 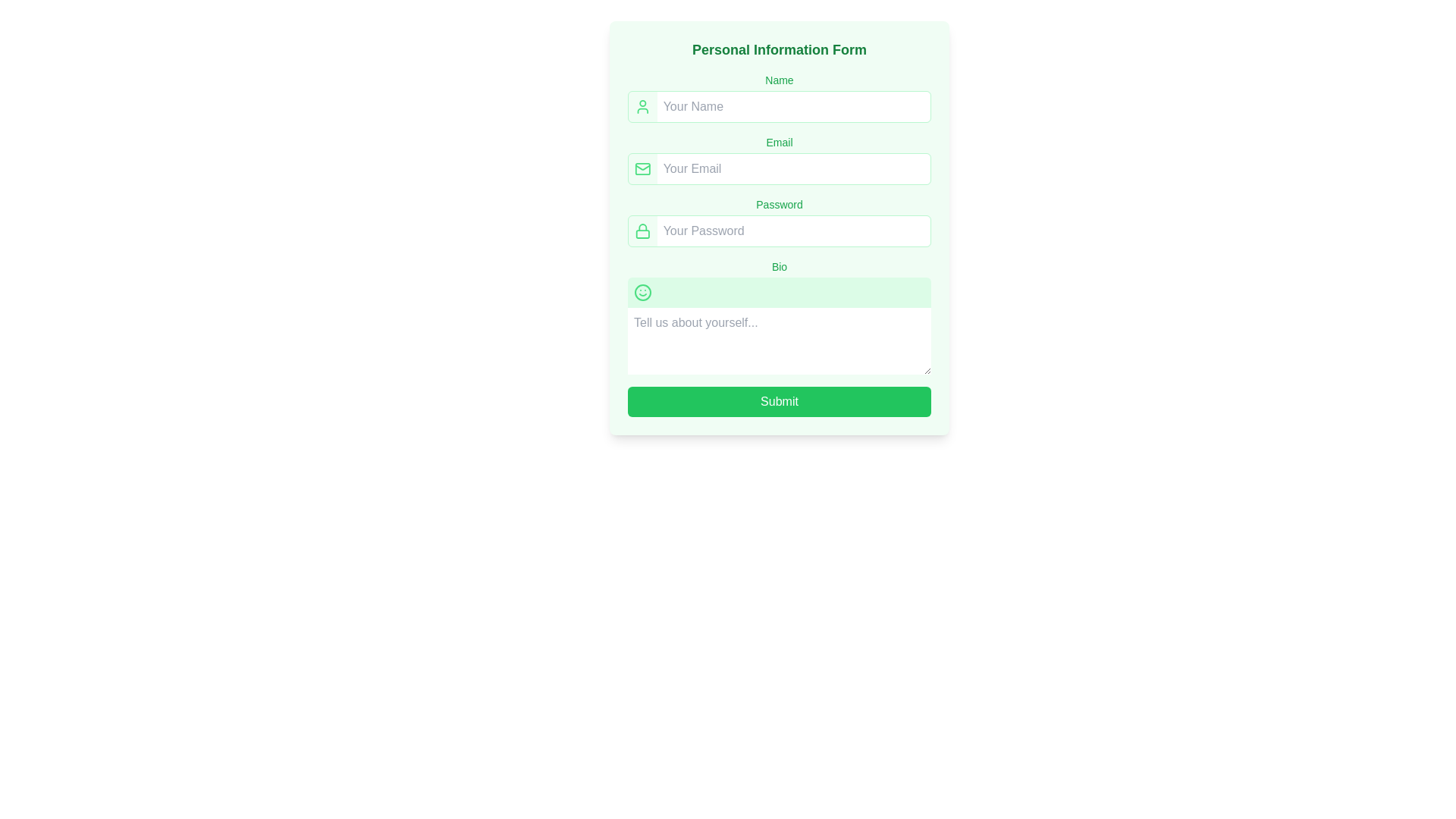 I want to click on the green rectangular icon element that is part of the composite email icon located inside the email input field's icon section, so click(x=642, y=169).